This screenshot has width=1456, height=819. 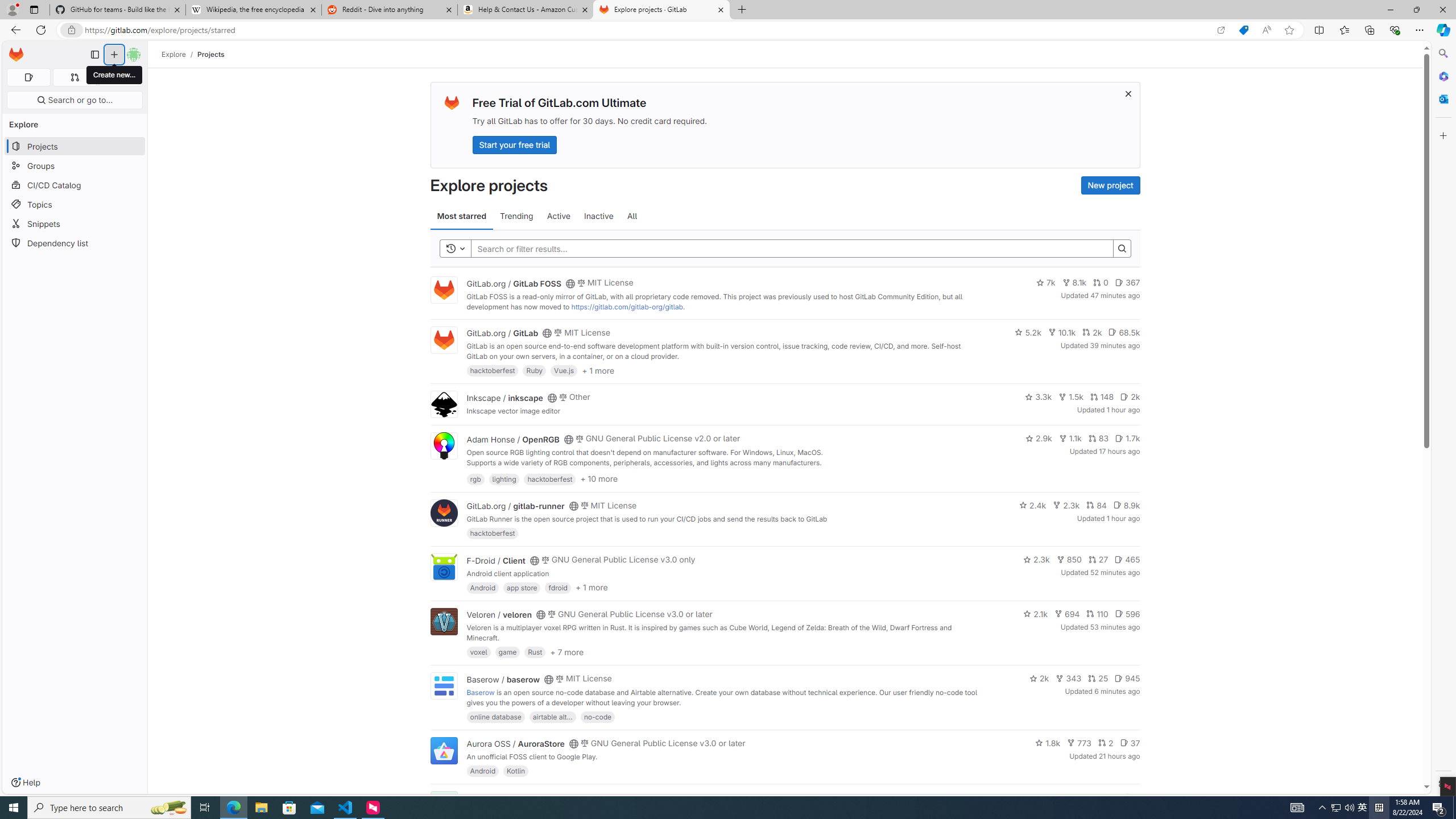 What do you see at coordinates (1128, 93) in the screenshot?
I see `'Dismiss trial promotion'` at bounding box center [1128, 93].